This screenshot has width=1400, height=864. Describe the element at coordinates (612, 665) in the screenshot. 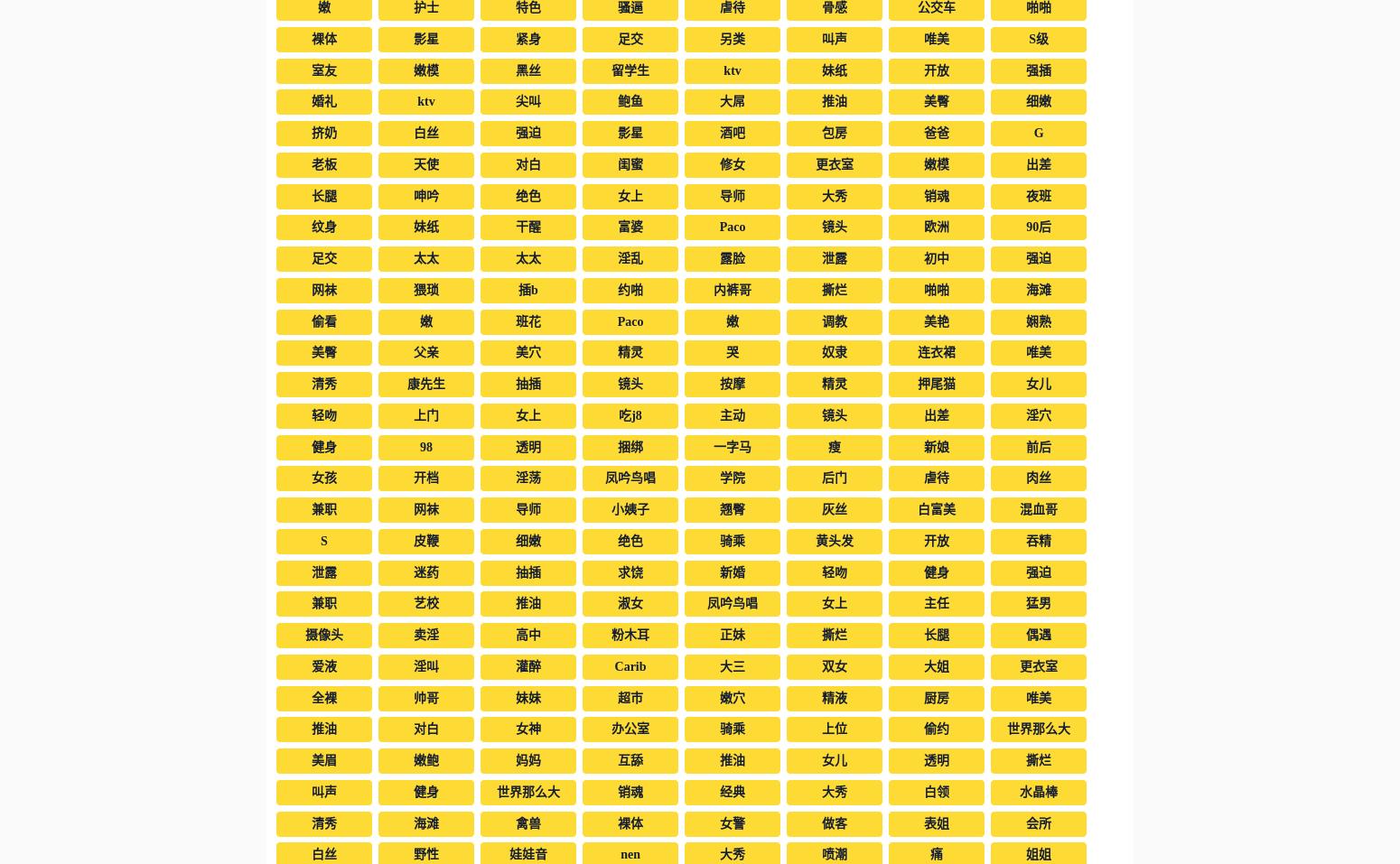

I see `'Carib'` at that location.